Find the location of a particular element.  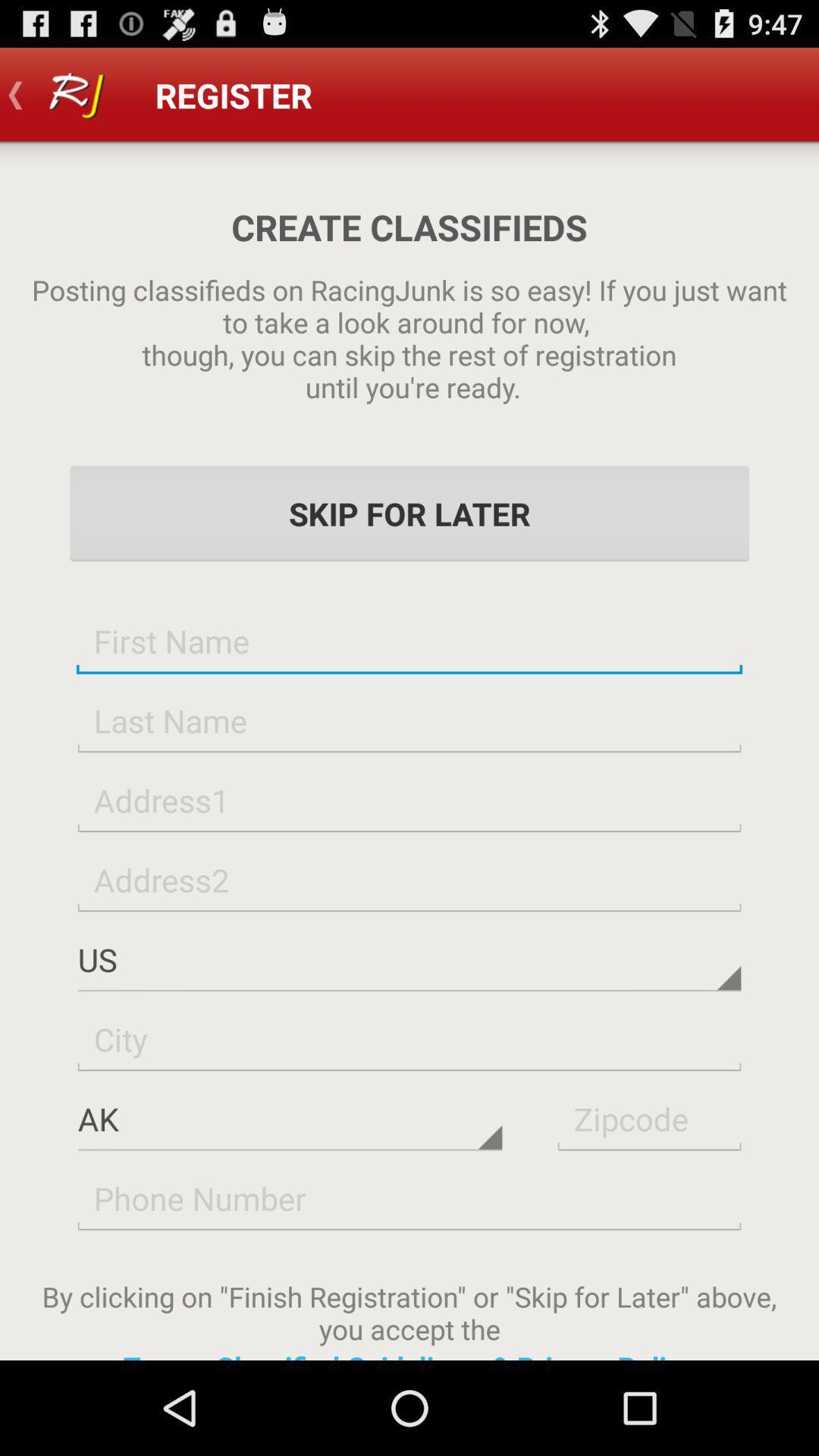

insert postal code is located at coordinates (648, 1119).